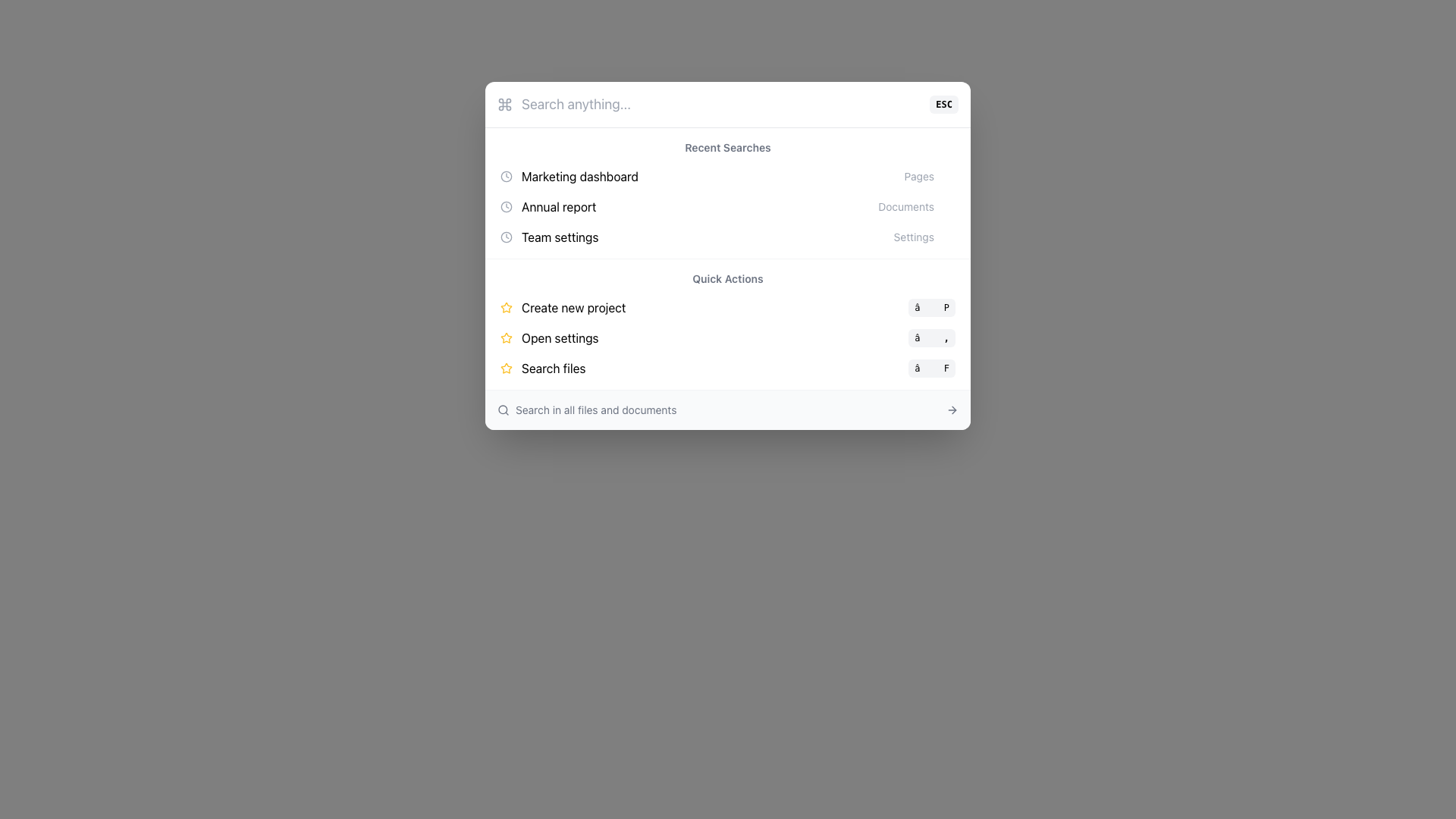 The width and height of the screenshot is (1456, 819). What do you see at coordinates (913, 237) in the screenshot?
I see `the 'Settings' text label, which is styled with smaller gray text, located to the left of an interactive icon and aligned horizontally with 'Team settings'` at bounding box center [913, 237].